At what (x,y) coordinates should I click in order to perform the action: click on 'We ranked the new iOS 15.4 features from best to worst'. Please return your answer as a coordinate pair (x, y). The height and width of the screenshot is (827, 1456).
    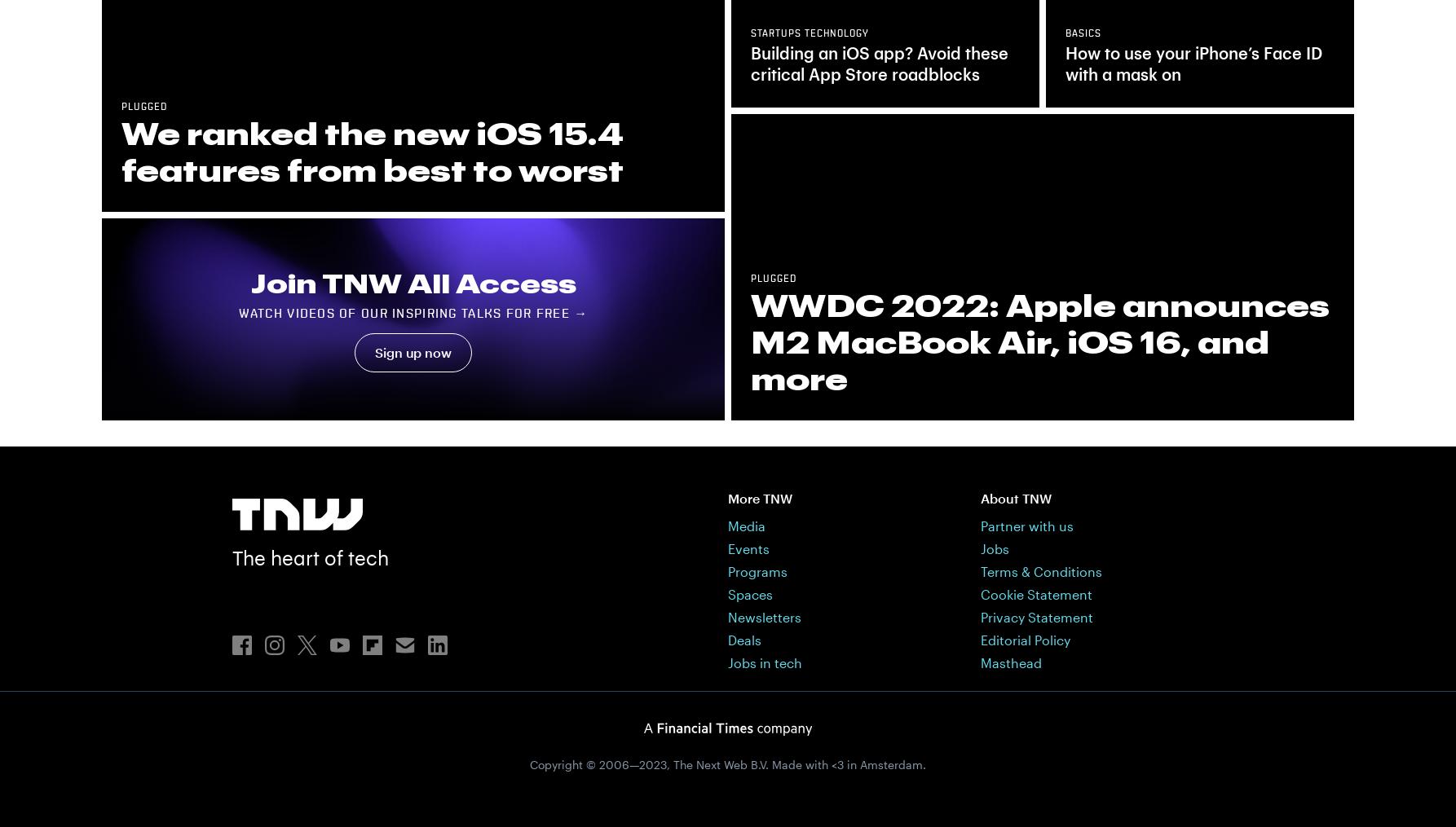
    Looking at the image, I should click on (121, 150).